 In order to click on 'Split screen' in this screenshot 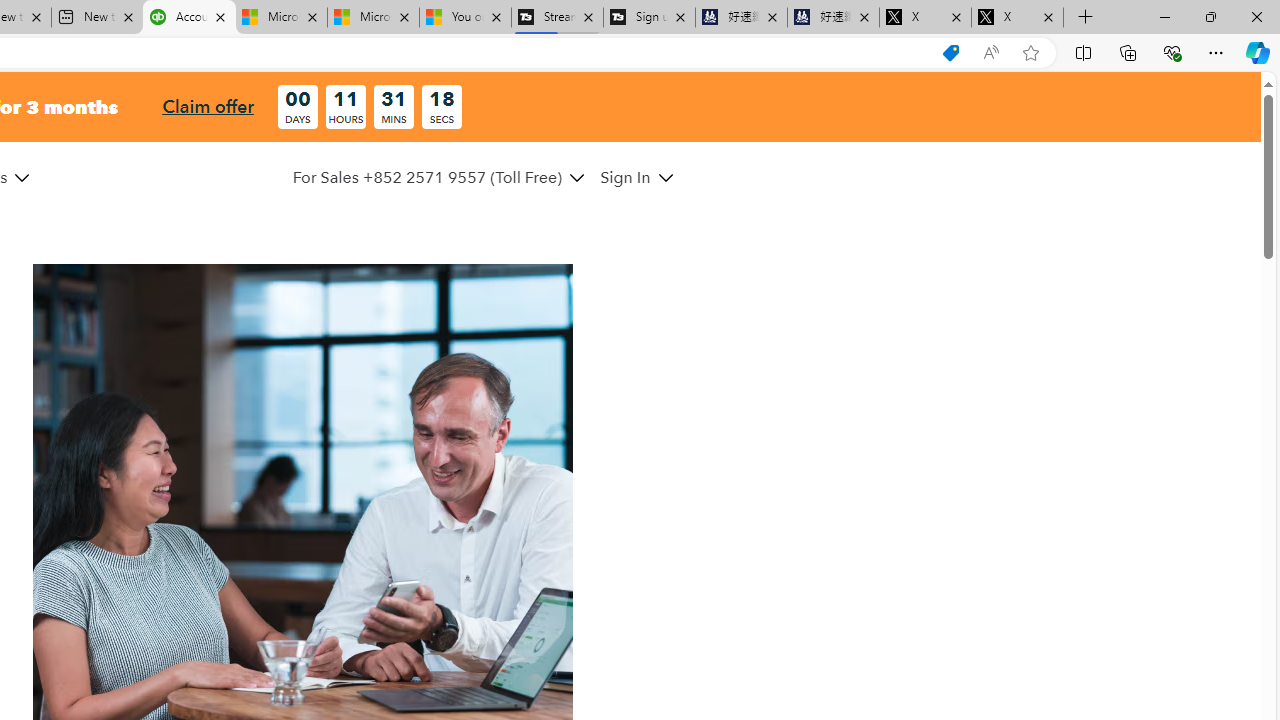, I will do `click(1082, 51)`.